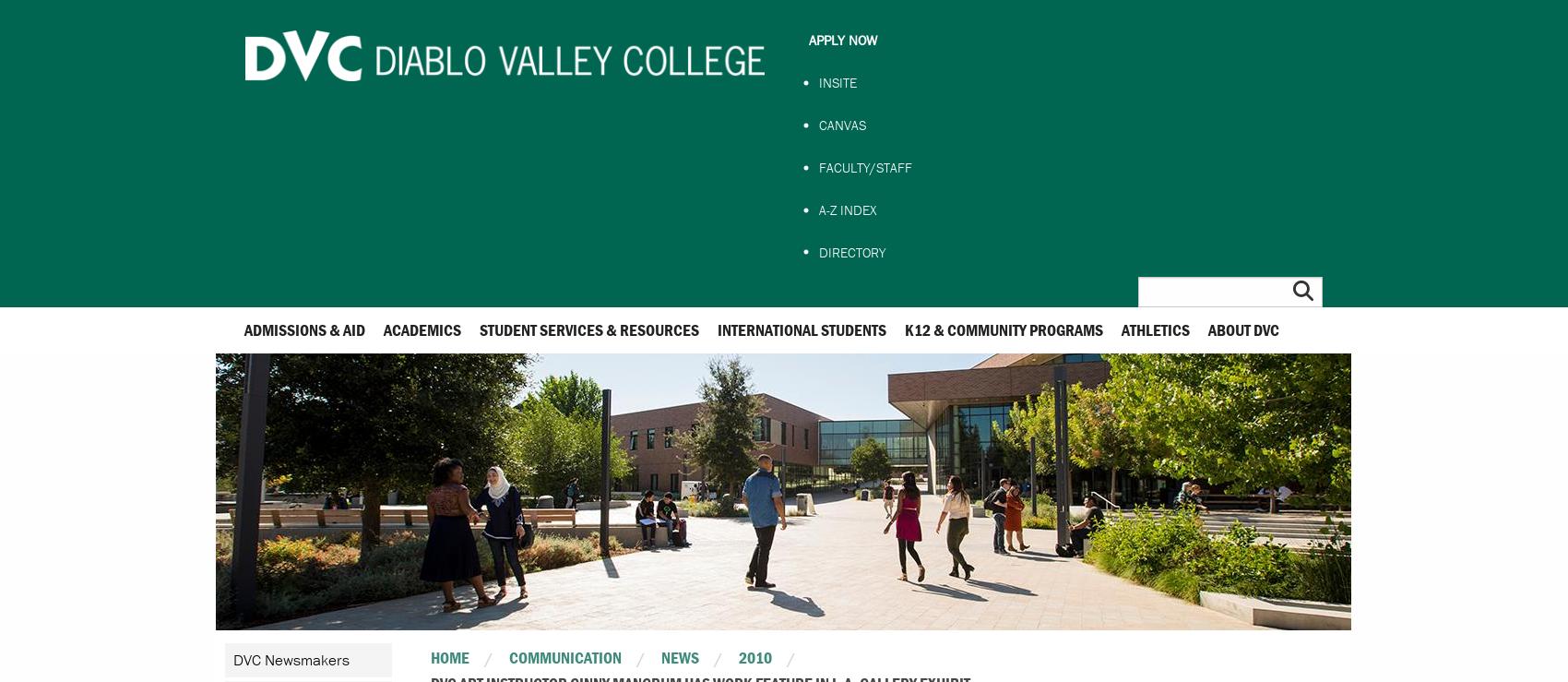  What do you see at coordinates (818, 124) in the screenshot?
I see `'Canvas'` at bounding box center [818, 124].